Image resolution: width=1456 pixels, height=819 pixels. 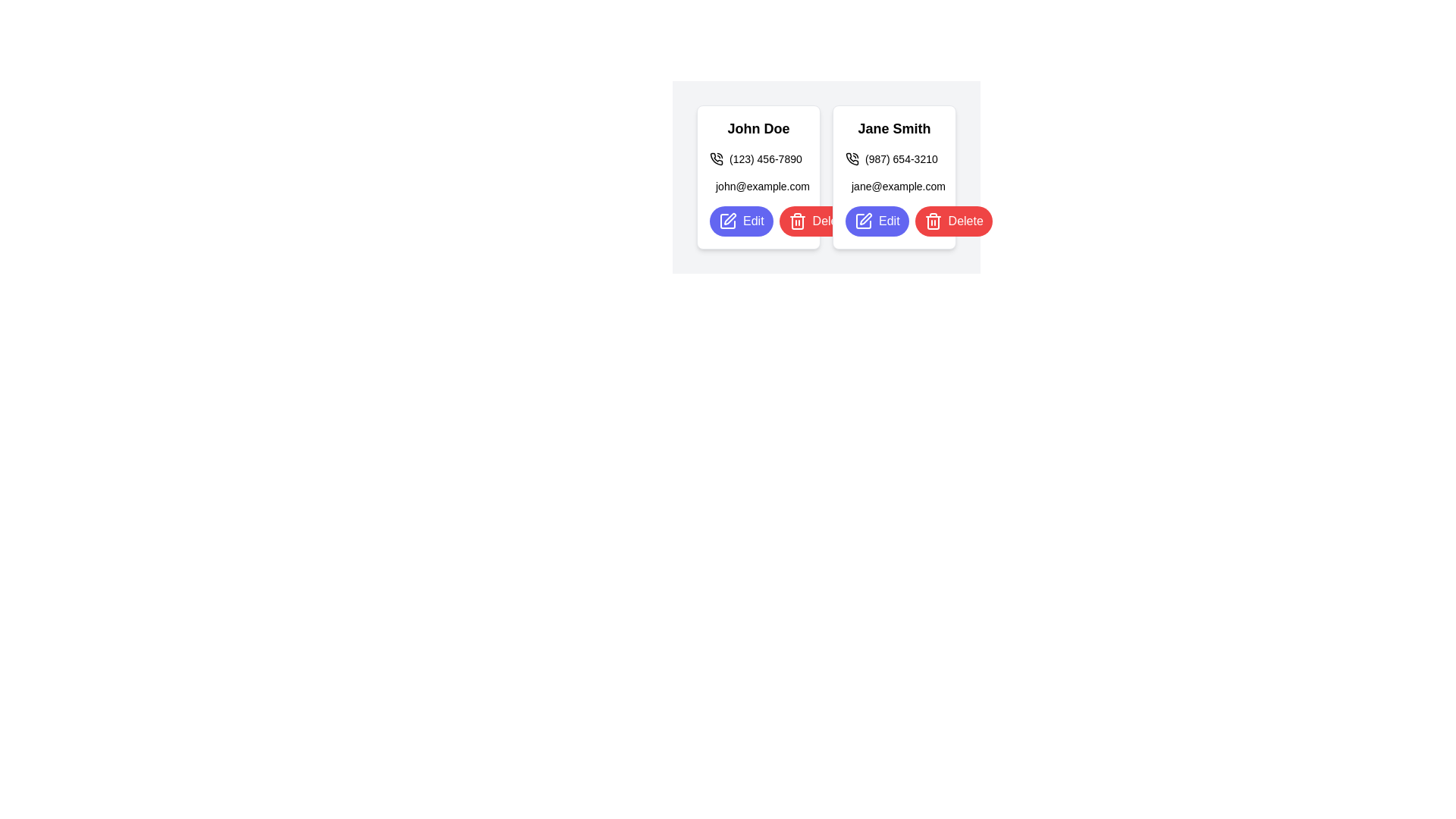 I want to click on the trash can icon within the 'Delete' button located in the user information card for 'Jane Smith', so click(x=932, y=221).